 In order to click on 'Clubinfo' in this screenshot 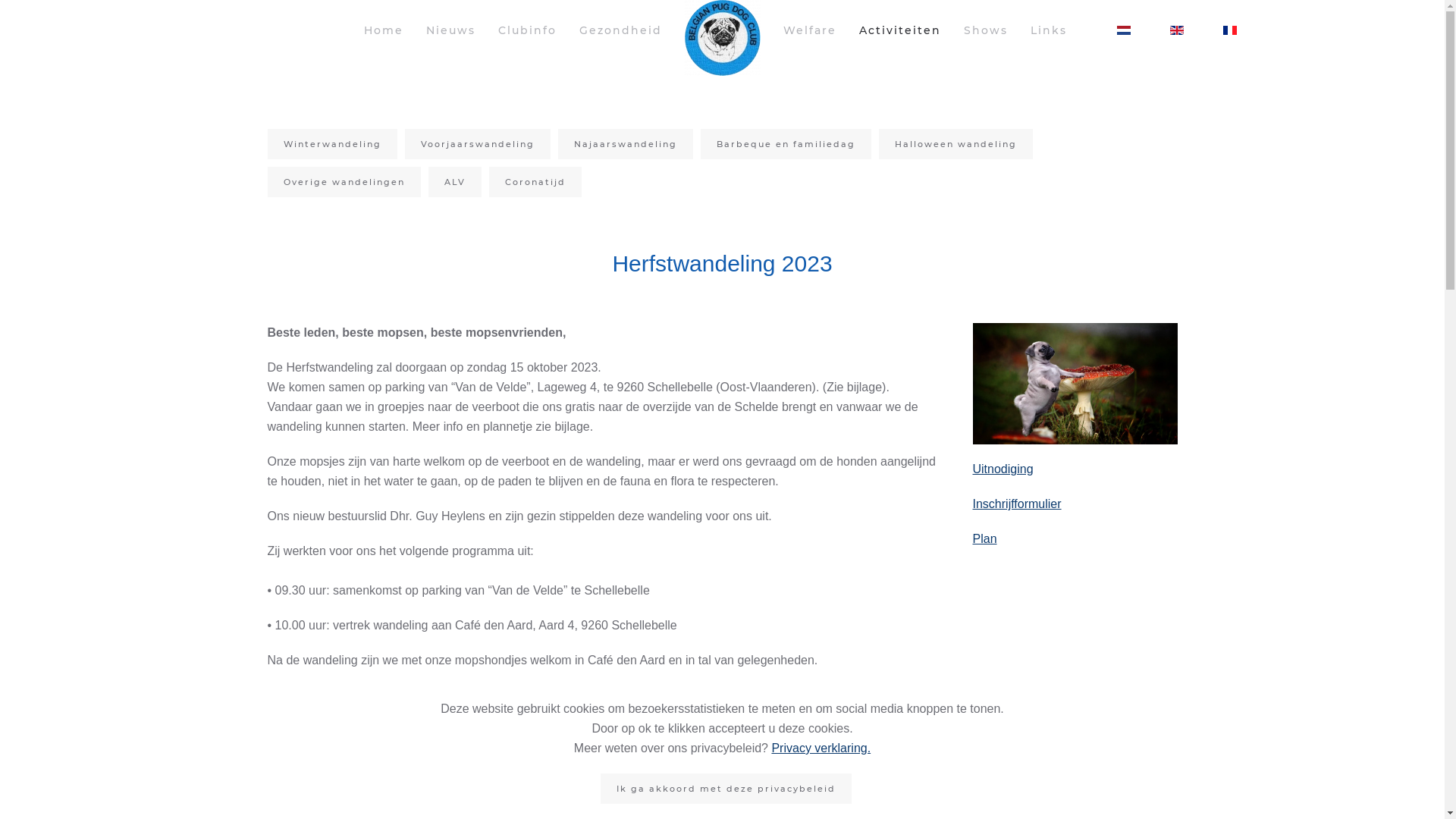, I will do `click(526, 30)`.